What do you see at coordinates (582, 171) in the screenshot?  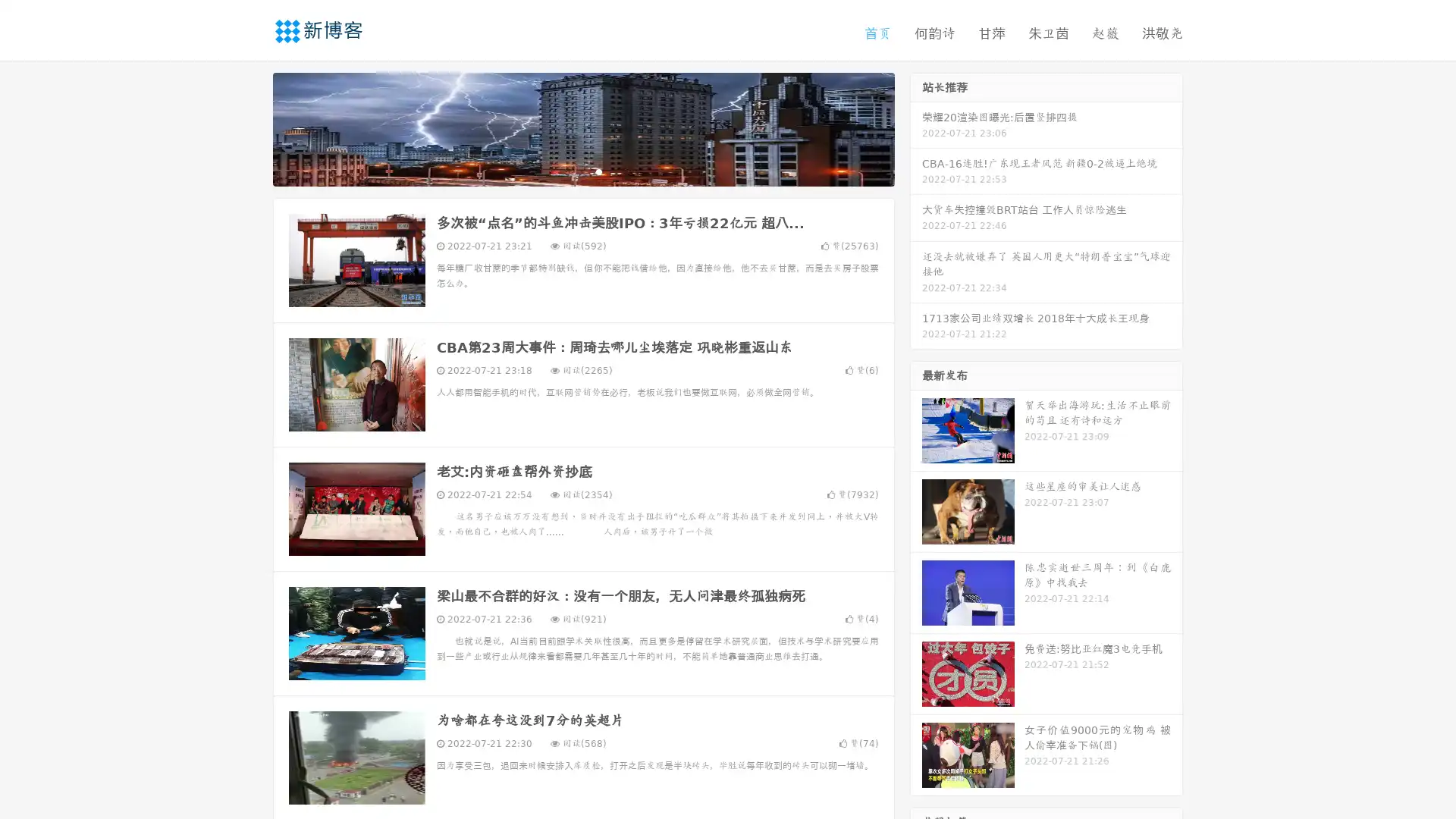 I see `Go to slide 2` at bounding box center [582, 171].